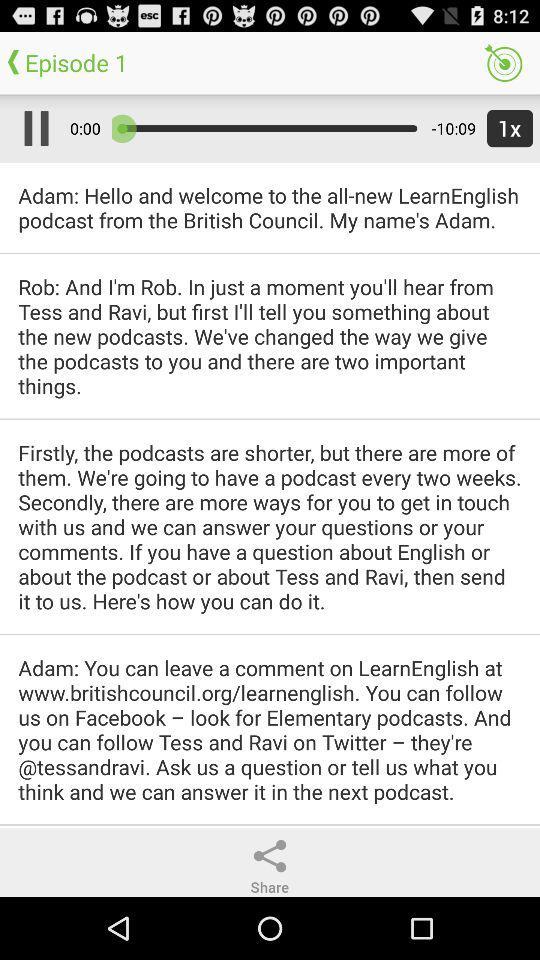 The image size is (540, 960). I want to click on the item below rob and i item, so click(270, 525).